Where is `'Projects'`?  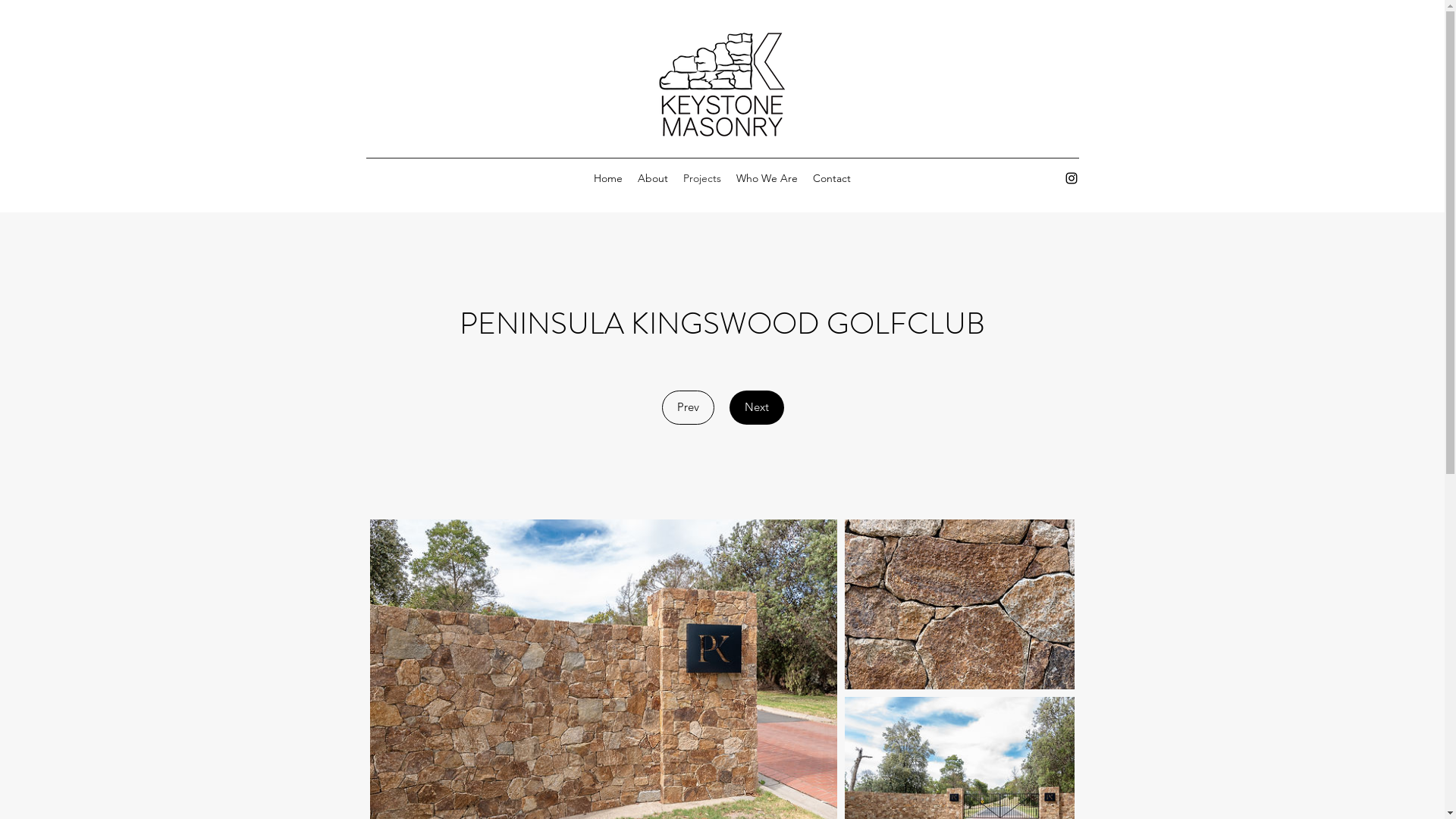
'Projects' is located at coordinates (701, 177).